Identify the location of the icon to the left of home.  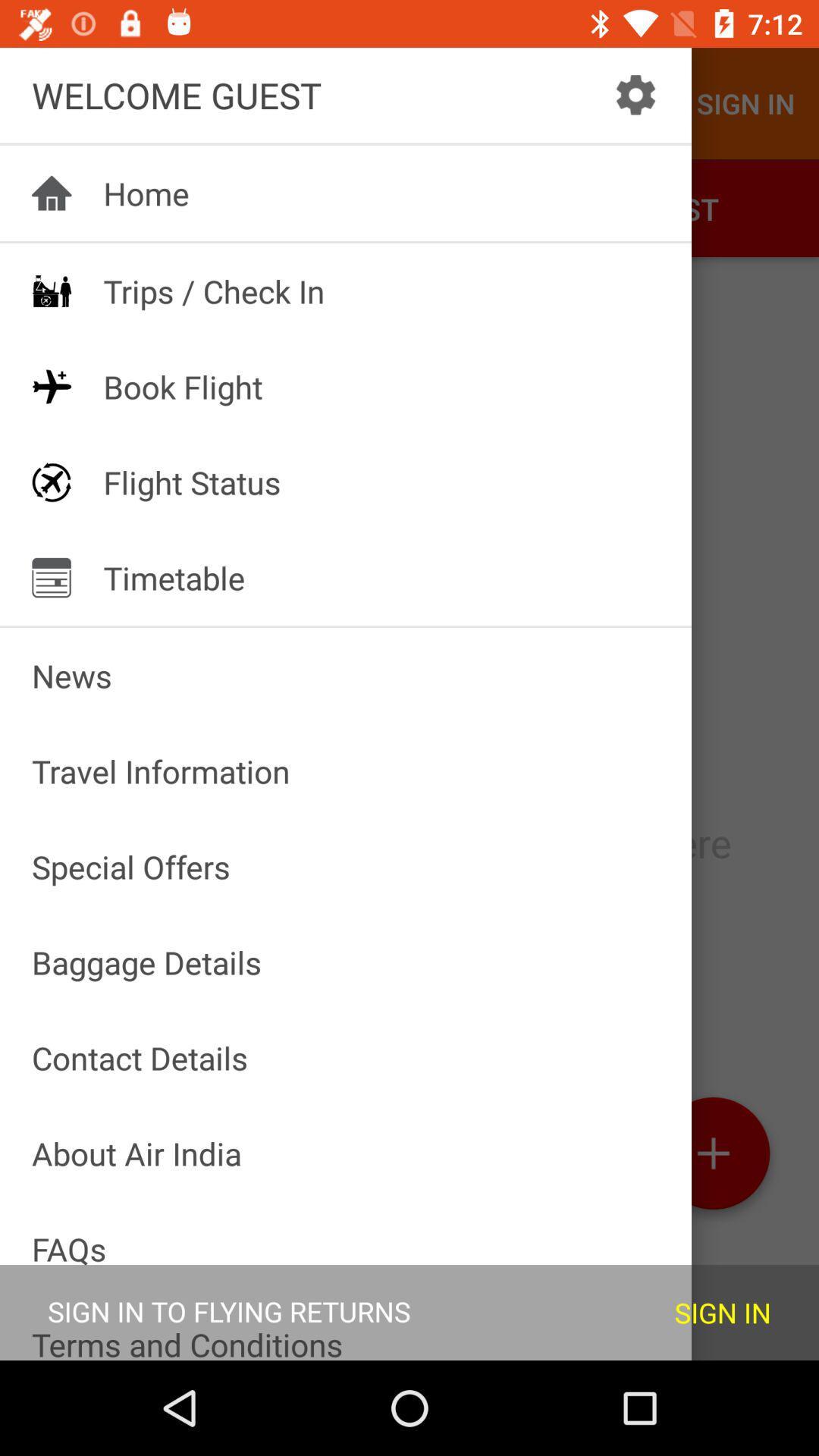
(51, 192).